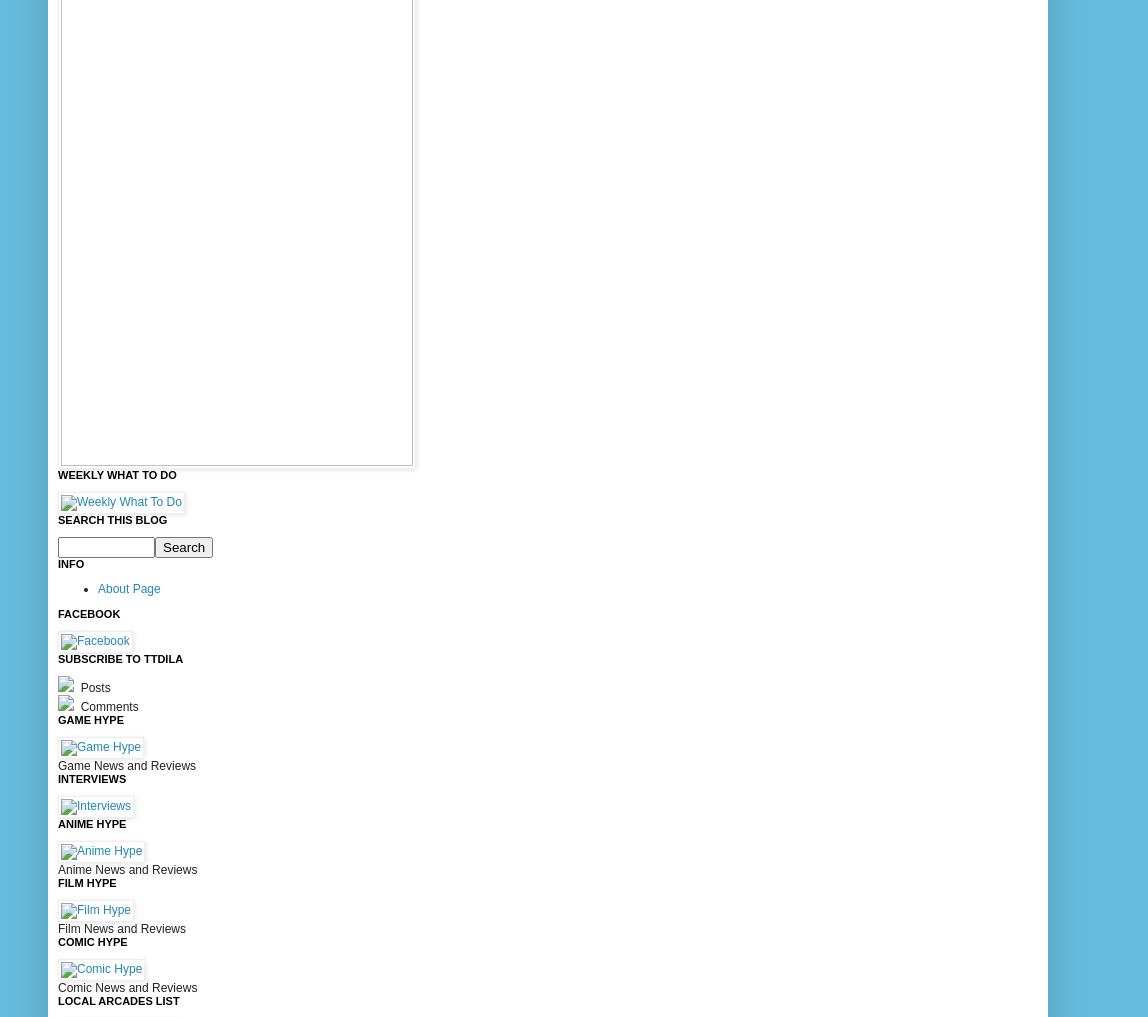  Describe the element at coordinates (57, 518) in the screenshot. I see `'Search This Blog'` at that location.